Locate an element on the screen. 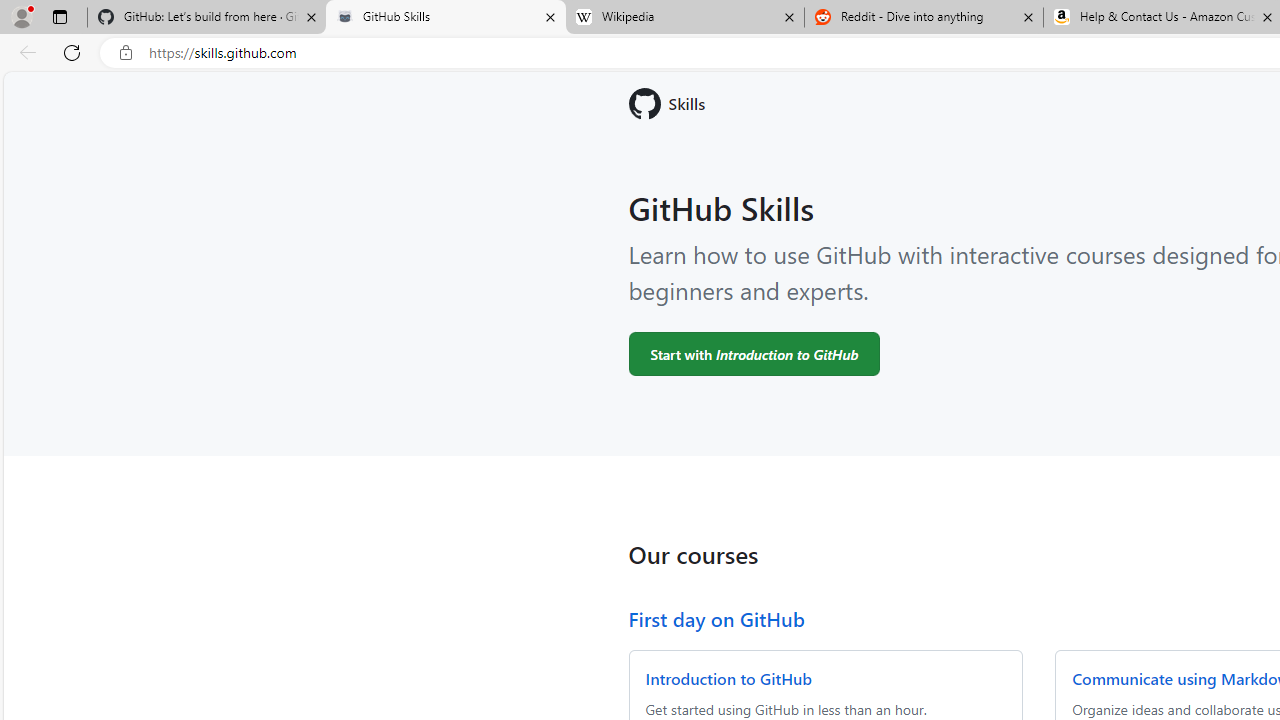  'GitHub Skills' is located at coordinates (444, 17).